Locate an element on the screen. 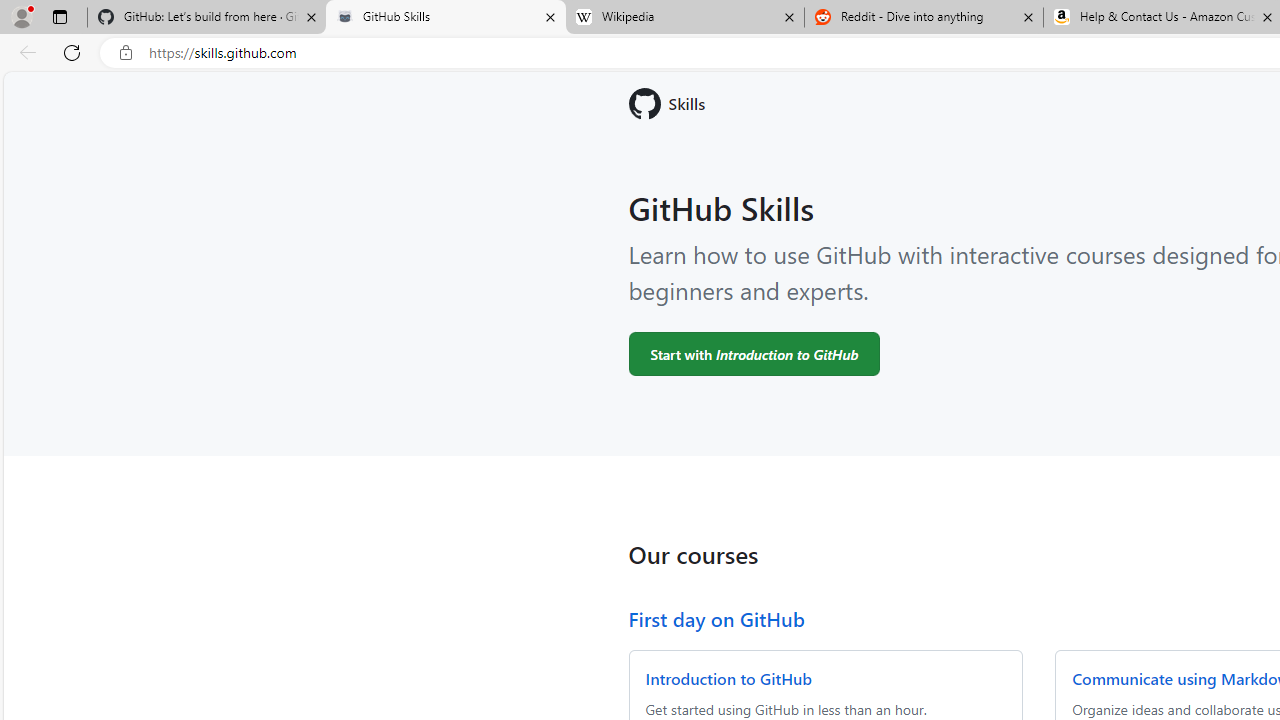  'GitHub Skills' is located at coordinates (444, 17).